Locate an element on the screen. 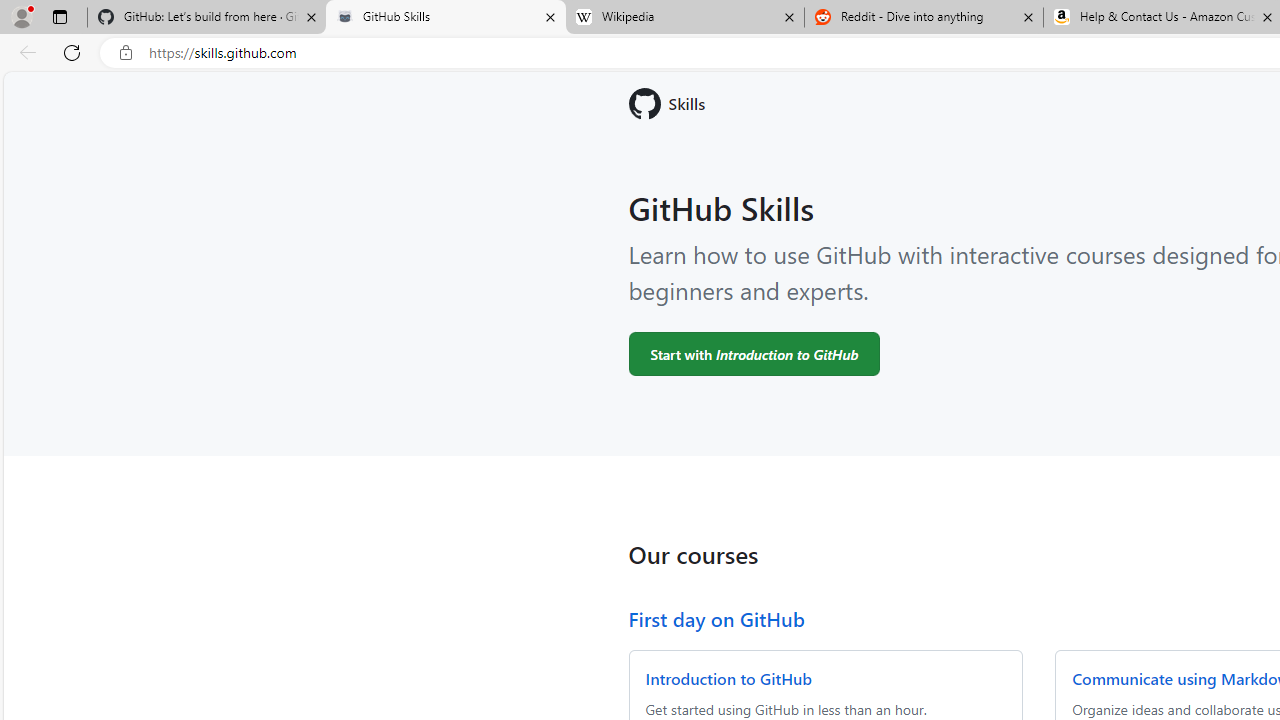  'GitHub Skills' is located at coordinates (444, 17).